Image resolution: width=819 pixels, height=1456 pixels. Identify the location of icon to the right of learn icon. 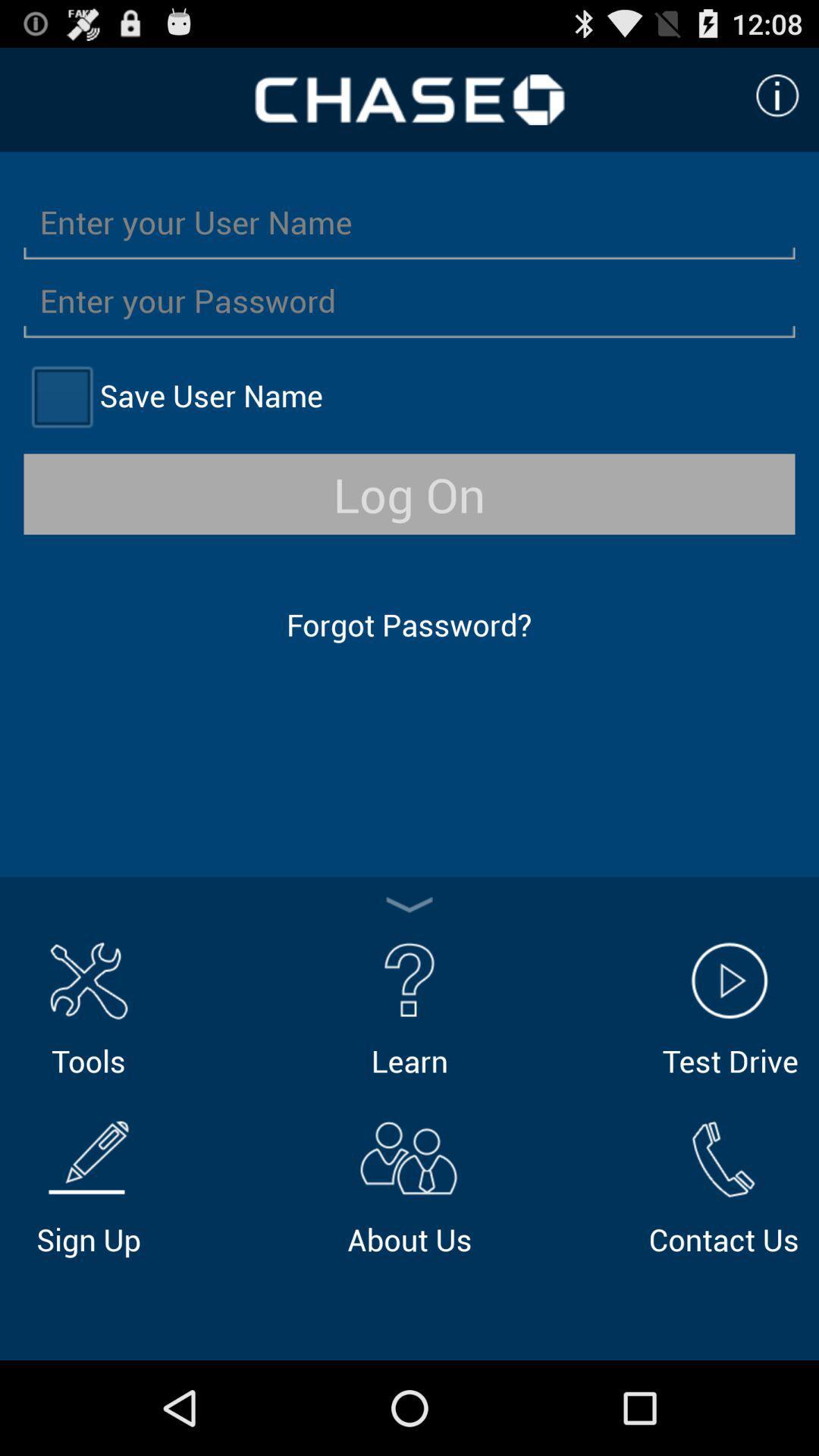
(730, 1006).